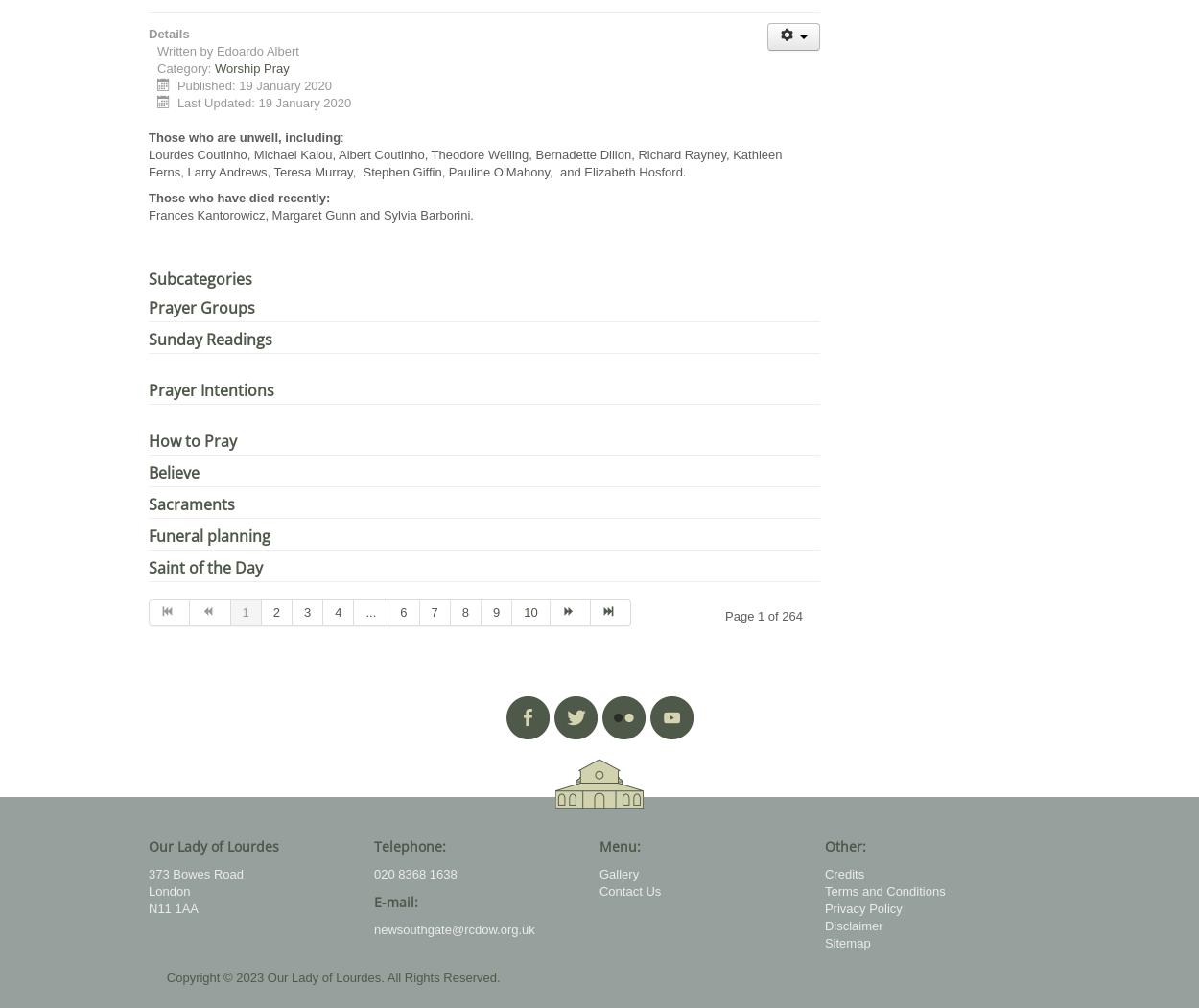 This screenshot has width=1199, height=1008. What do you see at coordinates (764, 615) in the screenshot?
I see `'Page 1 of 264'` at bounding box center [764, 615].